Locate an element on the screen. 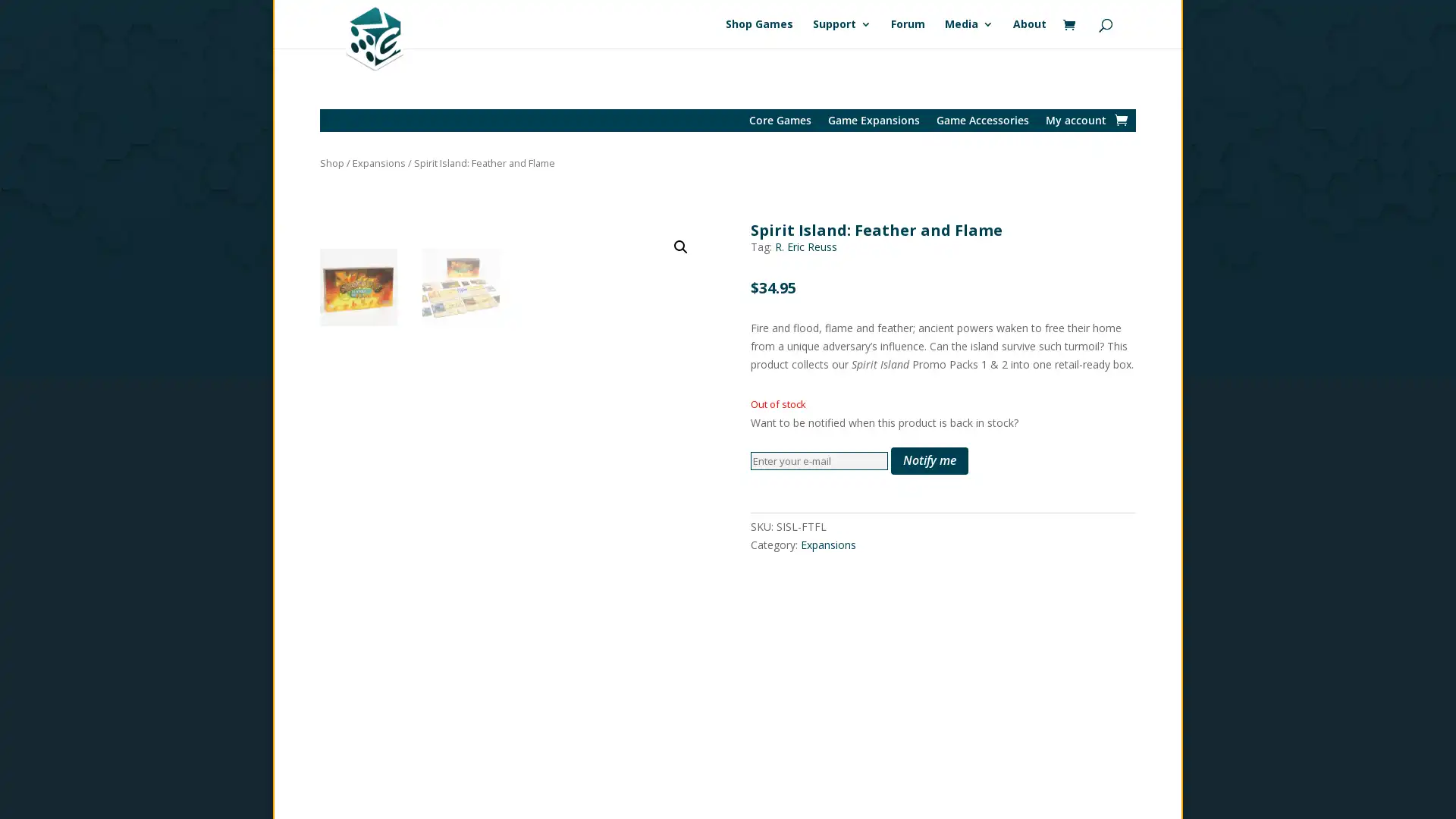 The image size is (1456, 819). Notify me 5 is located at coordinates (927, 460).